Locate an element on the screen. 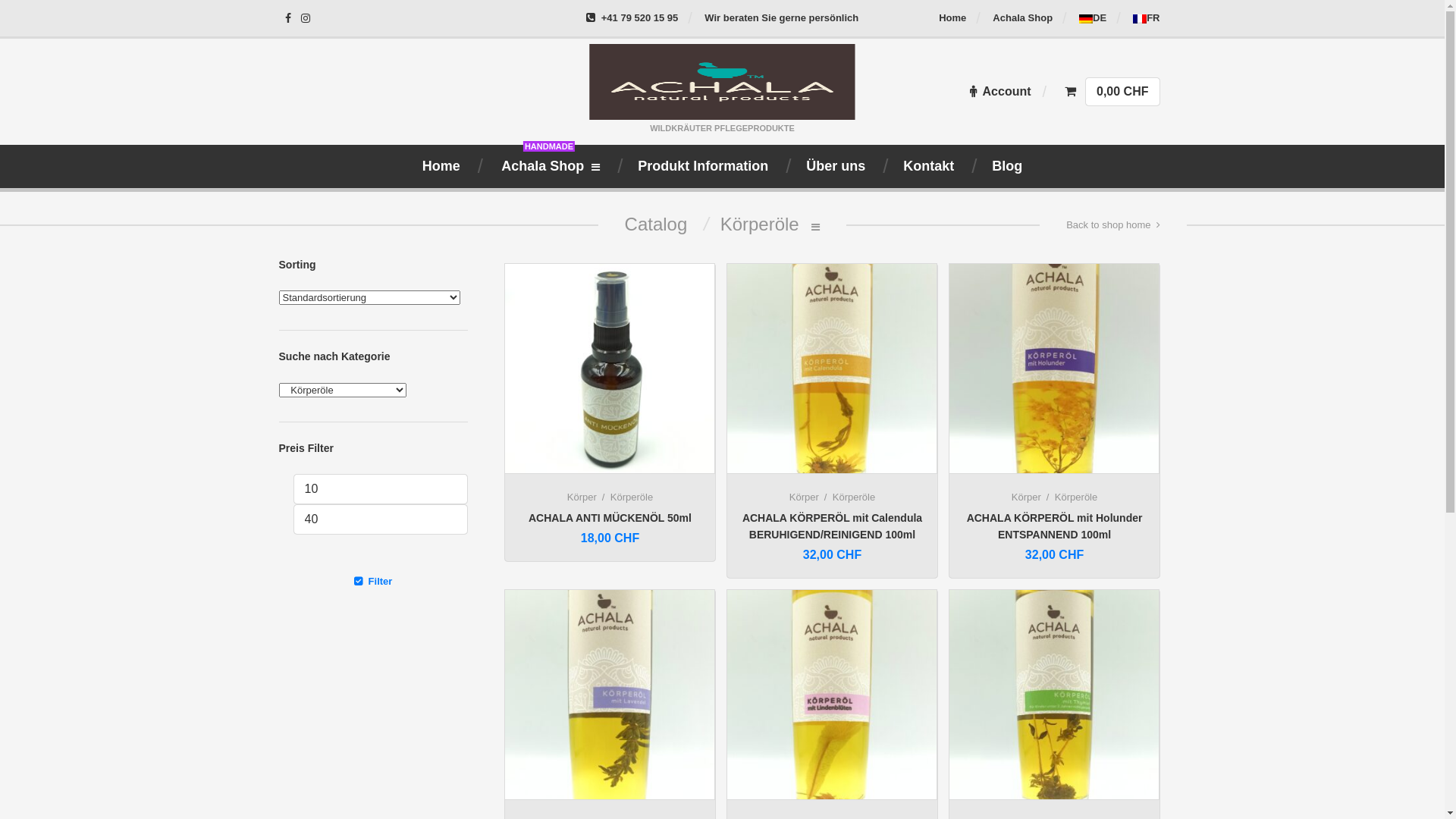 The height and width of the screenshot is (819, 1456). 'FR' is located at coordinates (1146, 17).